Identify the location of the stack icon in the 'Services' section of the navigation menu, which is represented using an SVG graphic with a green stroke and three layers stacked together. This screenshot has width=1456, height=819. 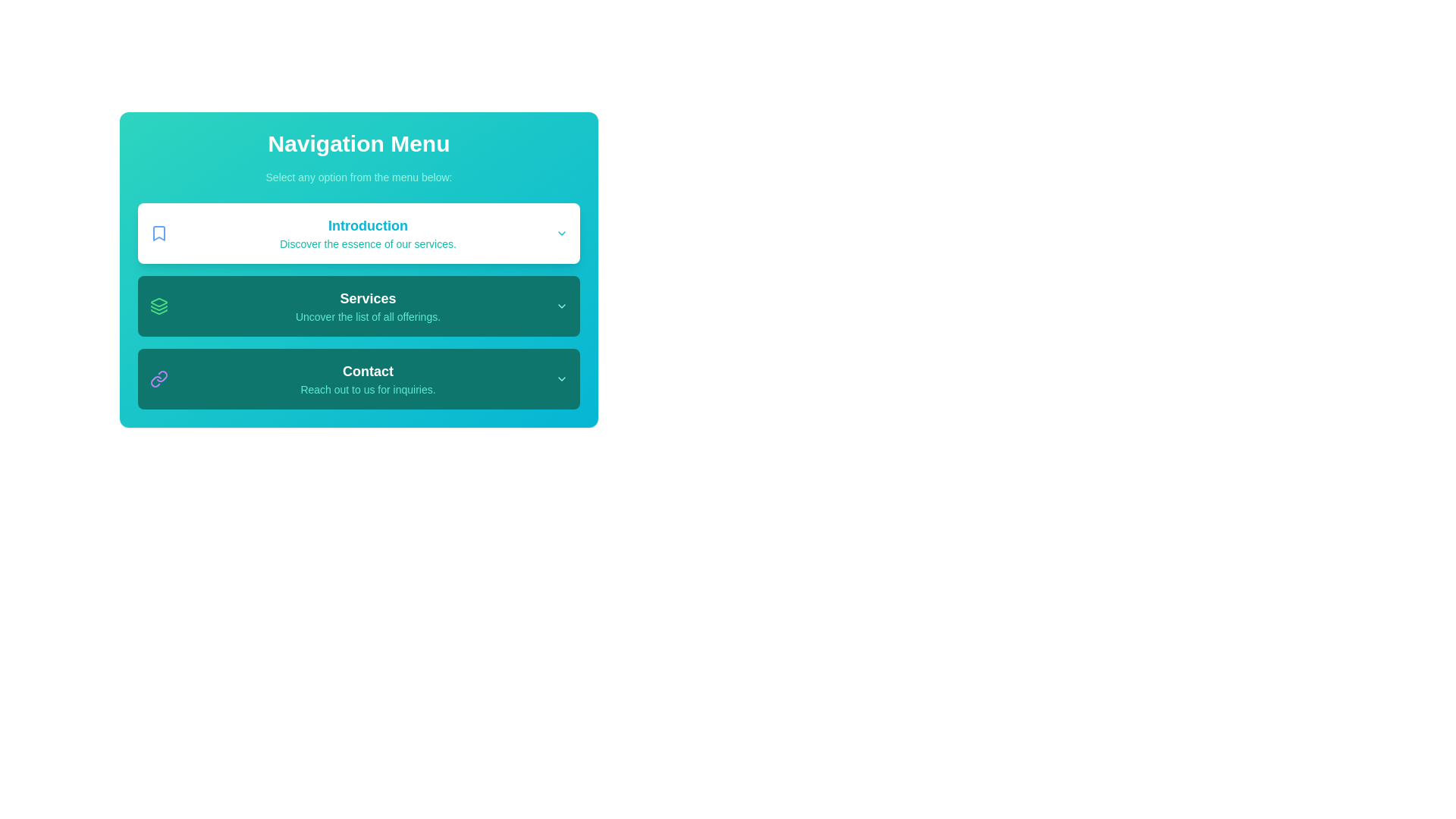
(159, 306).